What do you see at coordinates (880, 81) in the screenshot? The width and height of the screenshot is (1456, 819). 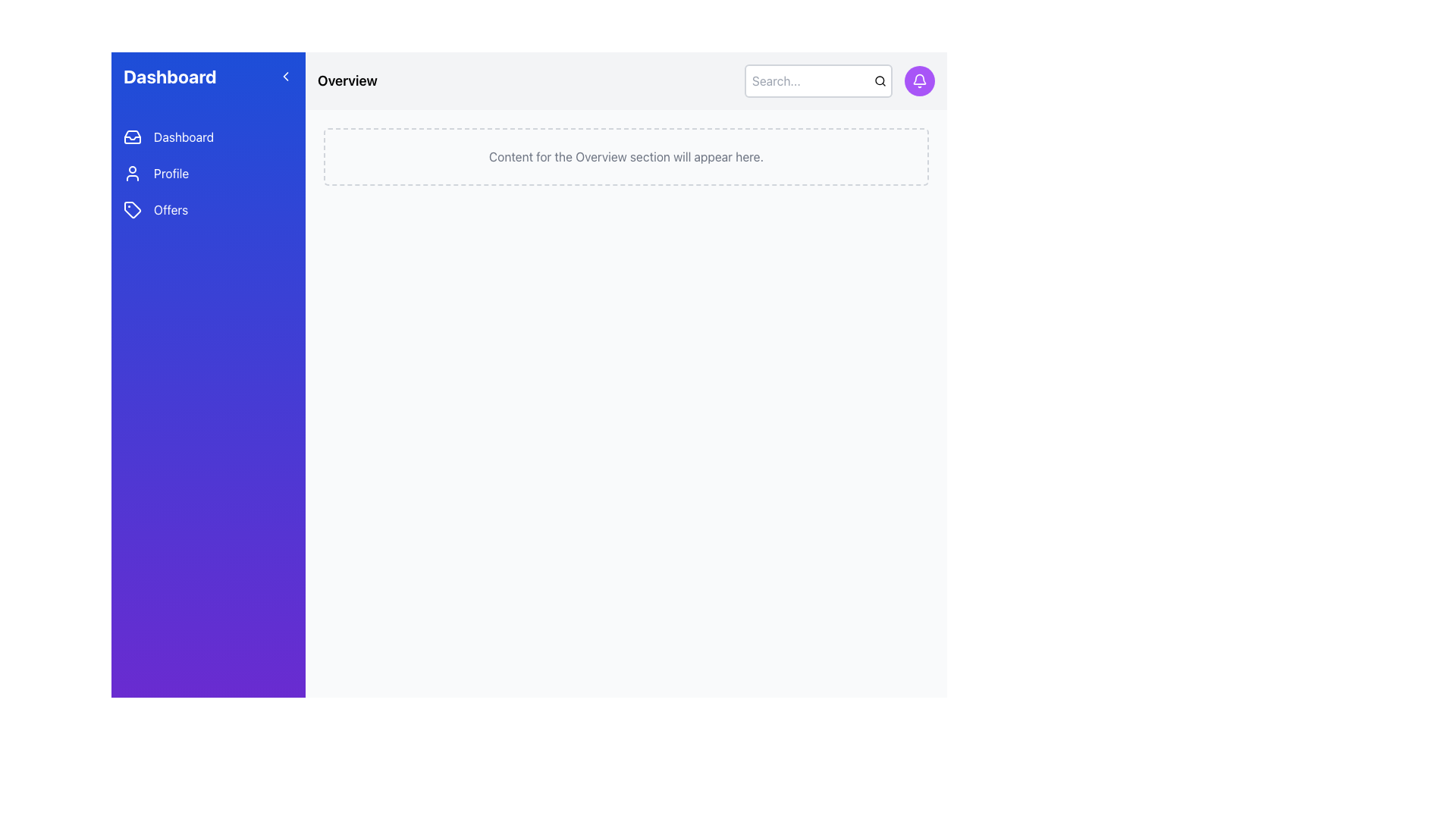 I see `the magnifying glass icon located at the rightmost side of the horizontal search bar` at bounding box center [880, 81].